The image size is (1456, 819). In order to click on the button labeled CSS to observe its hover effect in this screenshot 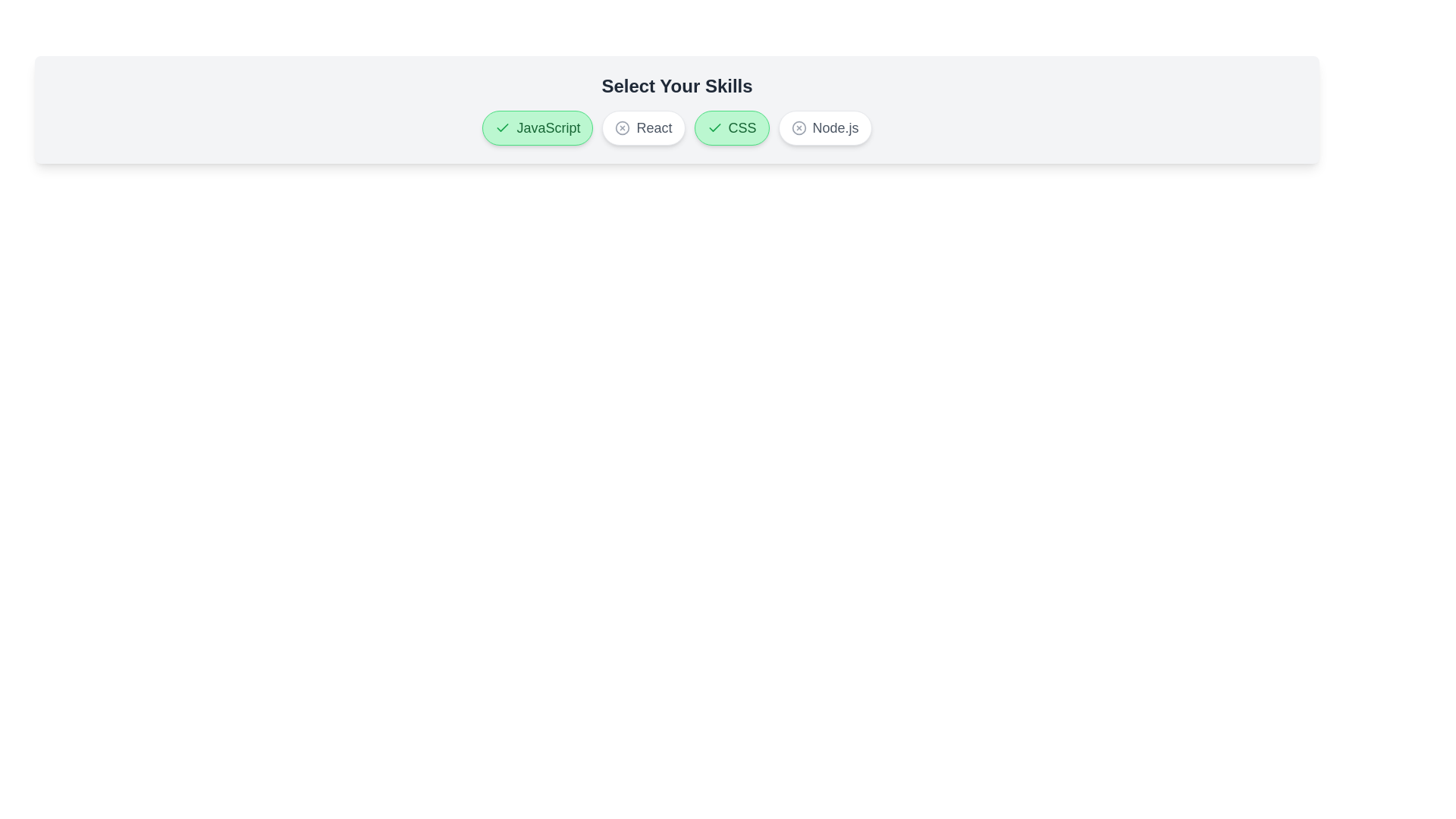, I will do `click(731, 127)`.